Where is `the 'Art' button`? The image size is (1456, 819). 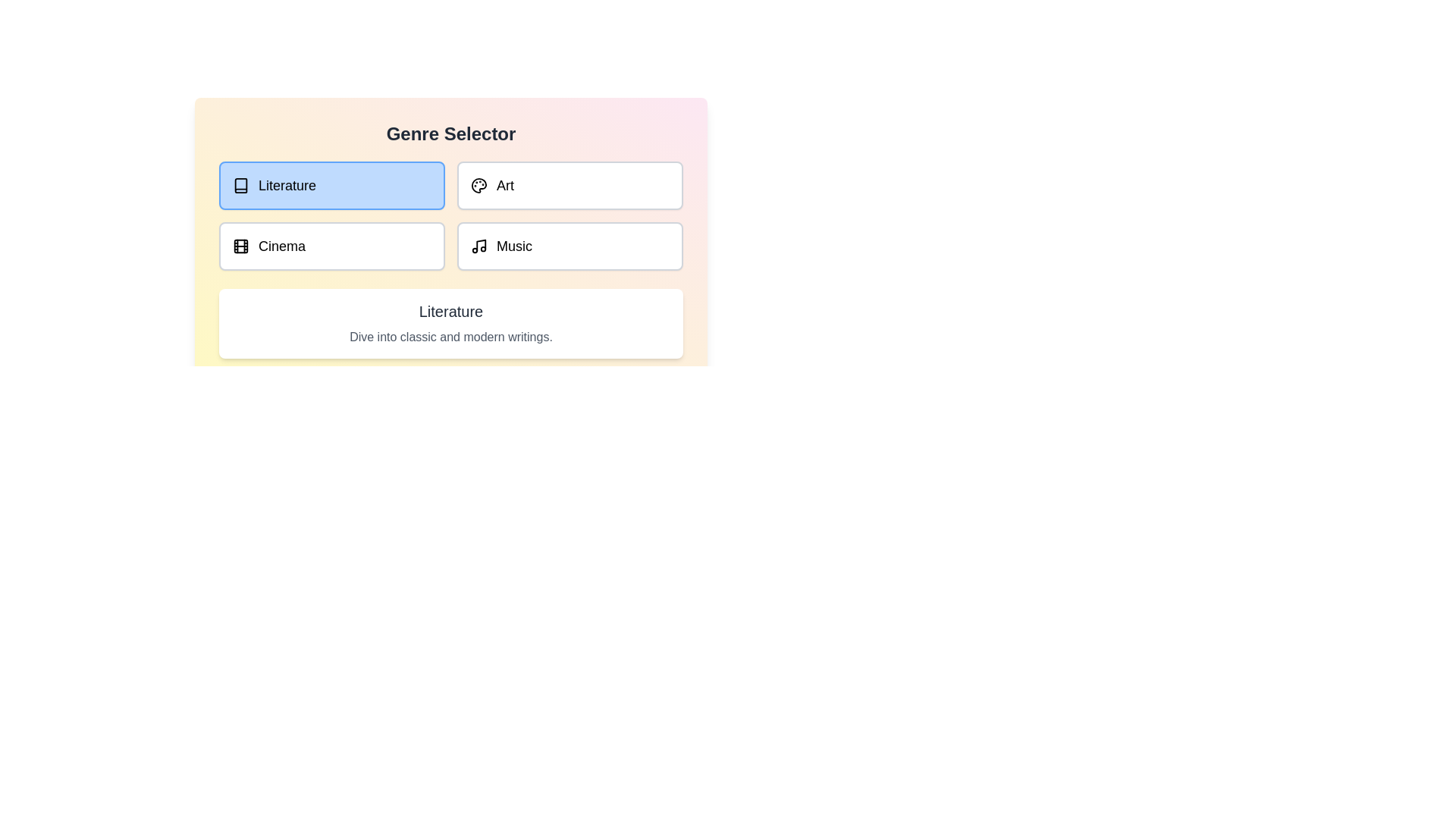
the 'Art' button is located at coordinates (479, 185).